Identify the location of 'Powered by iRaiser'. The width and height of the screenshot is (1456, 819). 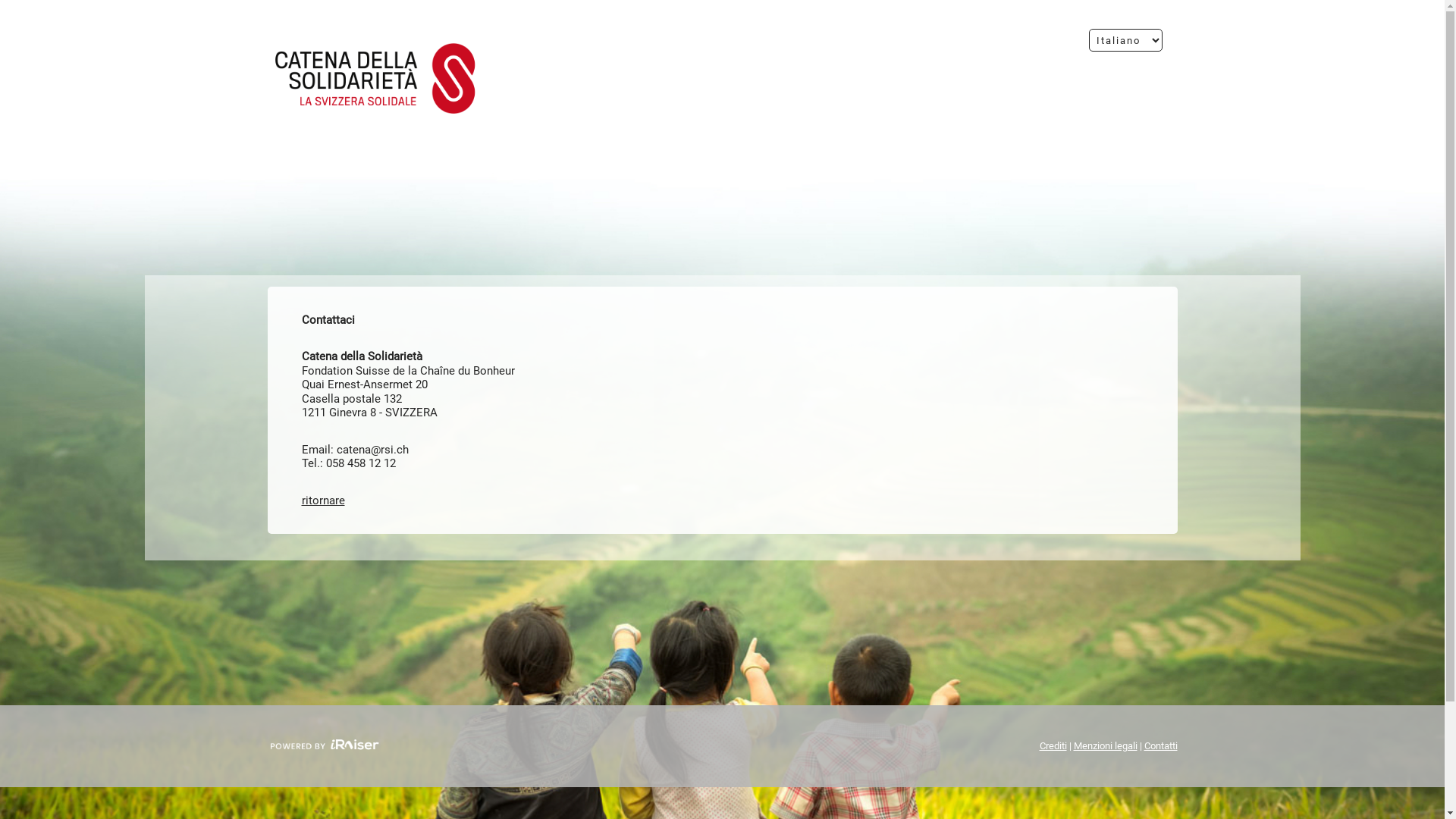
(323, 745).